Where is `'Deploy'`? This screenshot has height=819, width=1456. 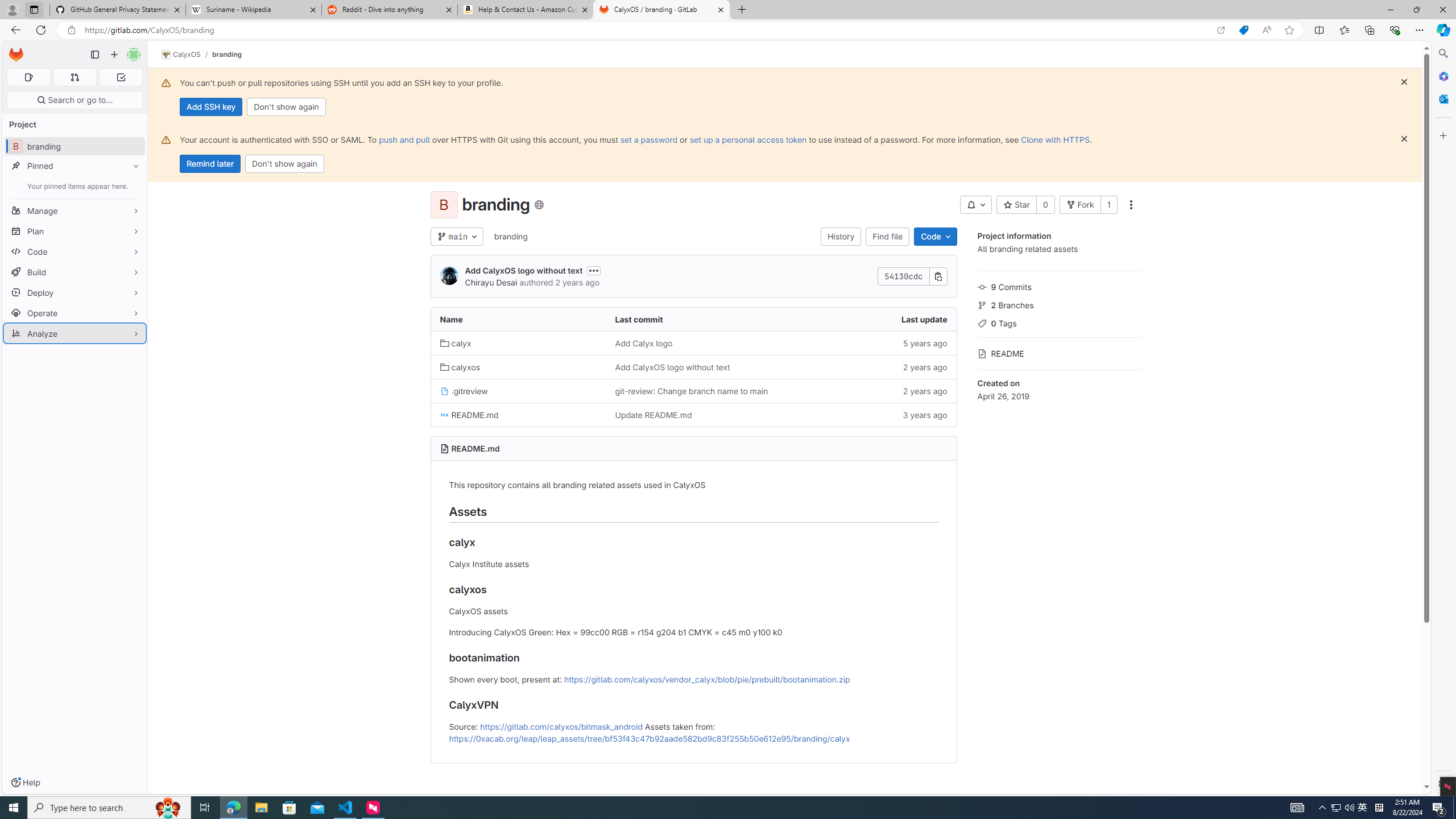 'Deploy' is located at coordinates (74, 292).